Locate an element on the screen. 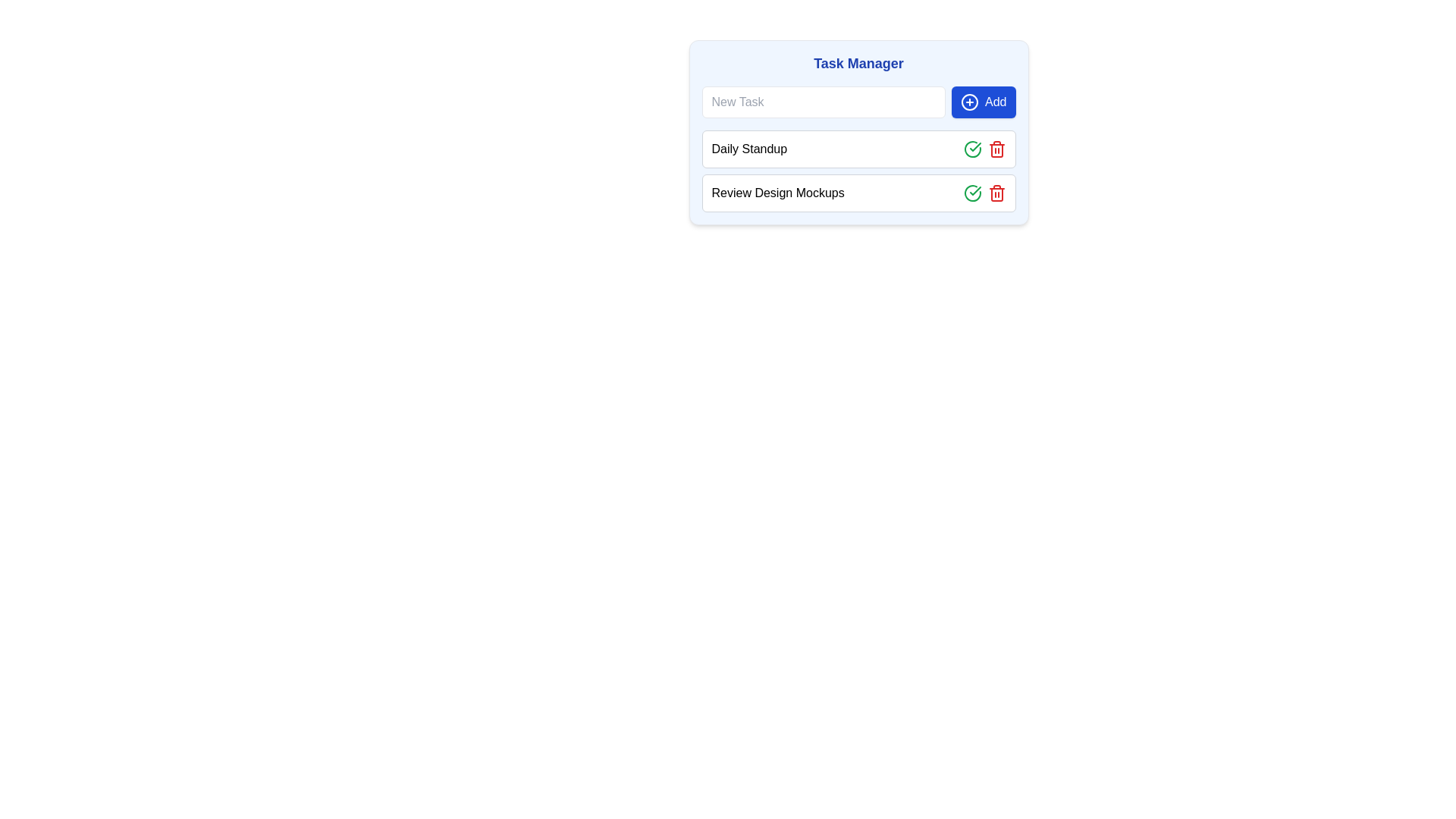 This screenshot has height=819, width=1456. the checkbox icon for the 'Review Design Mockups' task is located at coordinates (975, 146).